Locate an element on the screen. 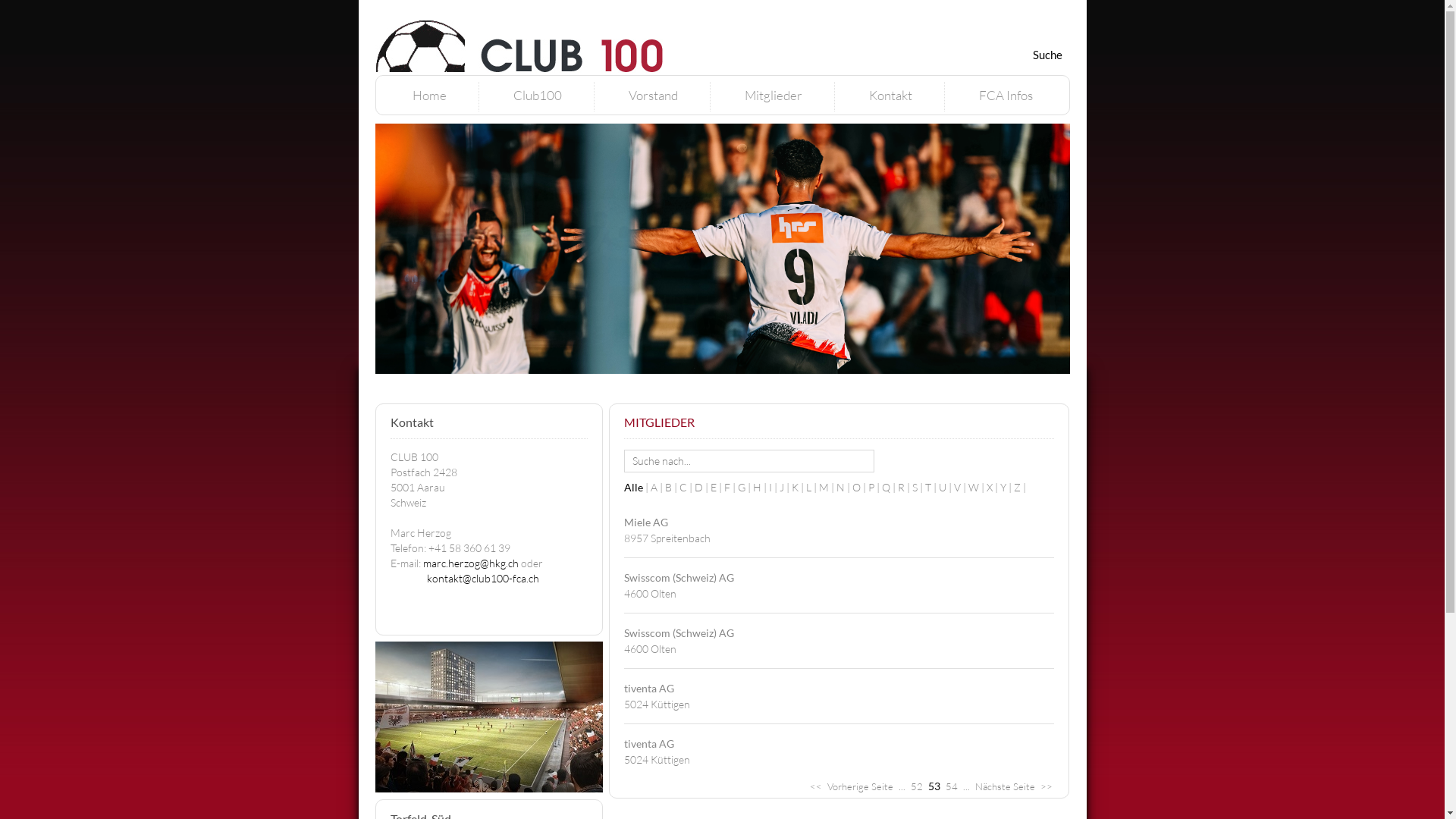 This screenshot has width=1456, height=819. 'FCA Infos' is located at coordinates (978, 95).